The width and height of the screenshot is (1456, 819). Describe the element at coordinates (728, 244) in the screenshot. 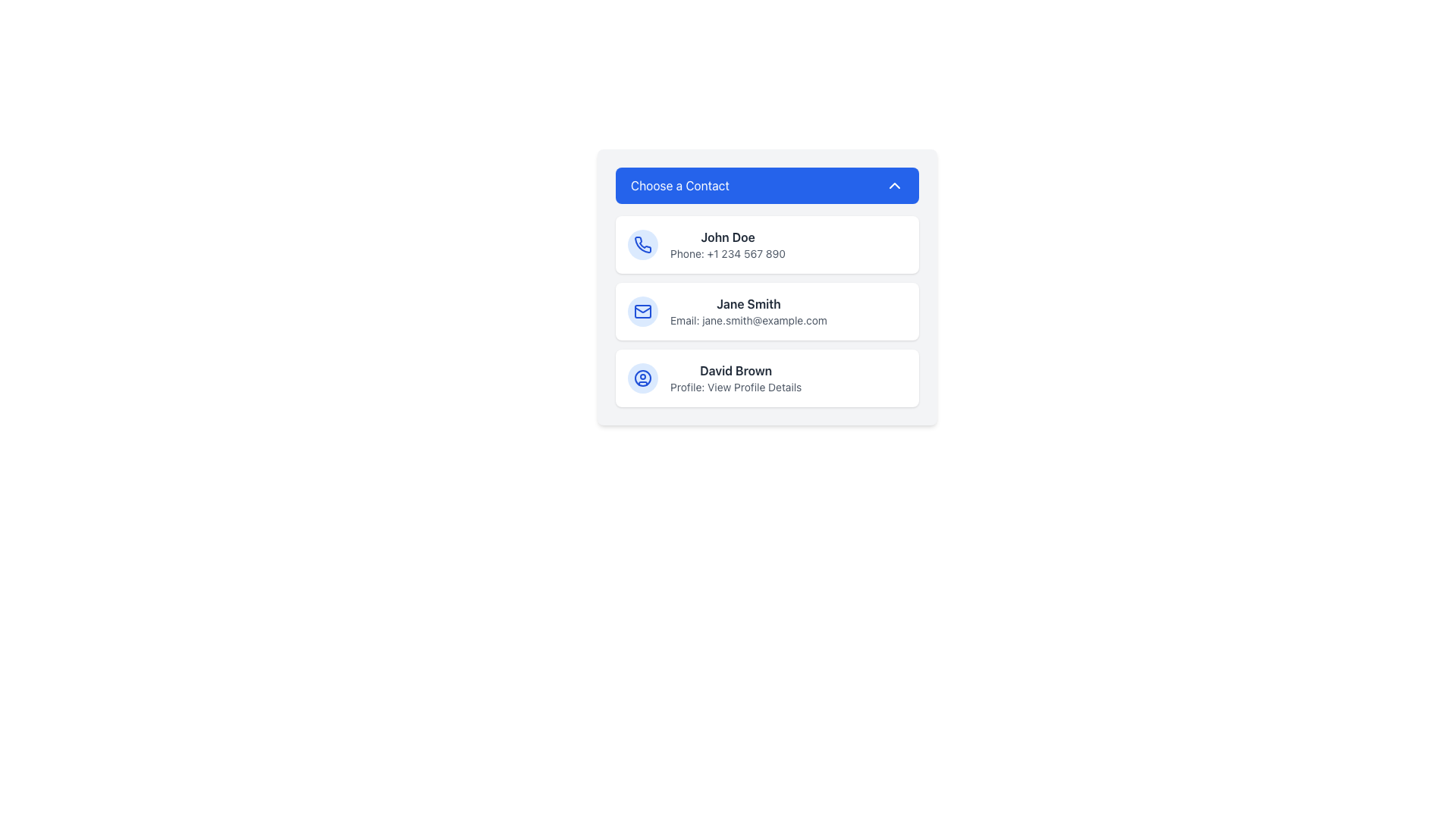

I see `contact details displayed in the first contact card below the 'Choose a Contact' header` at that location.